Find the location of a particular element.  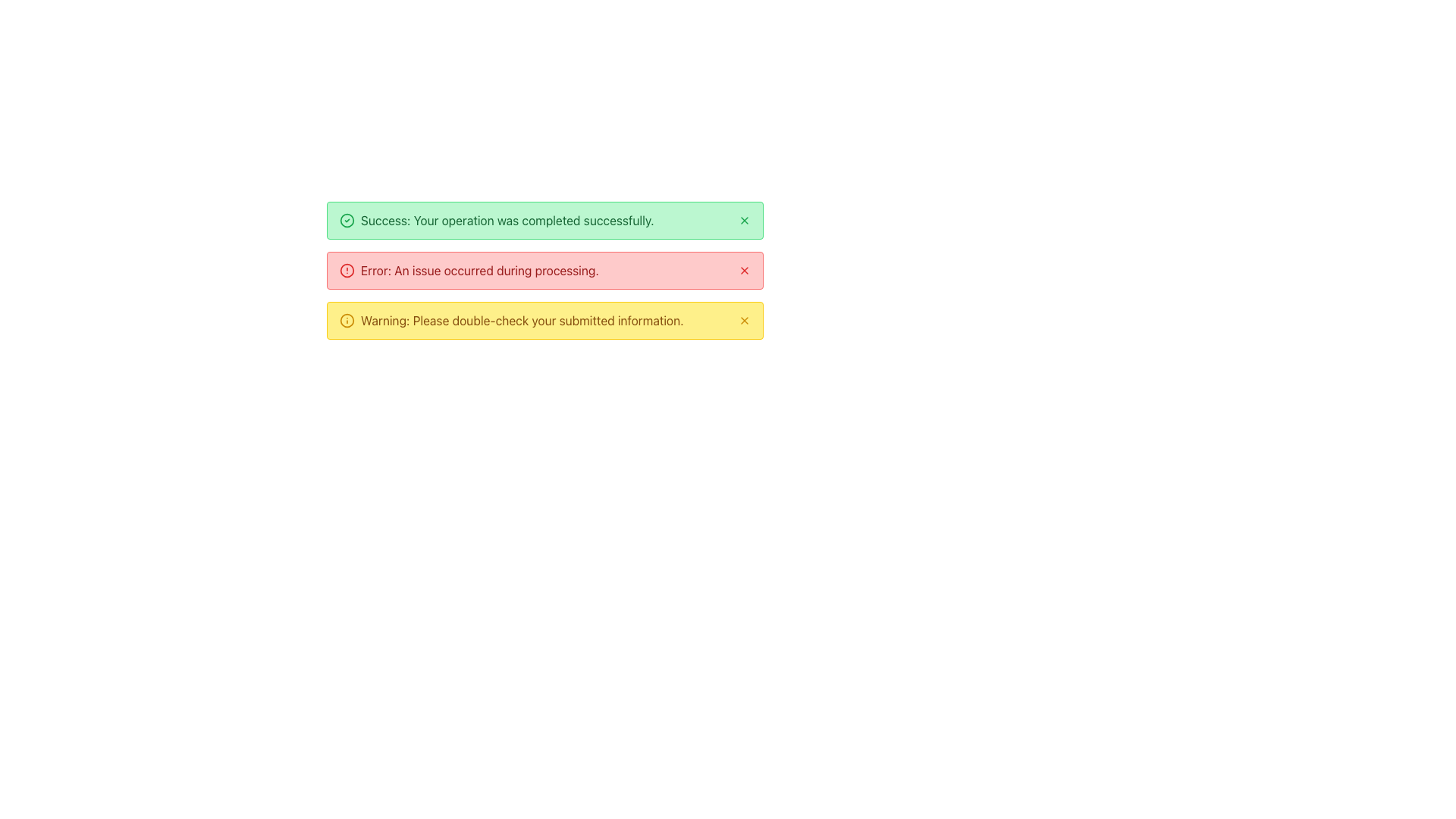

the small yellow button with a cross icon located to the far-right of the warning message is located at coordinates (745, 320).